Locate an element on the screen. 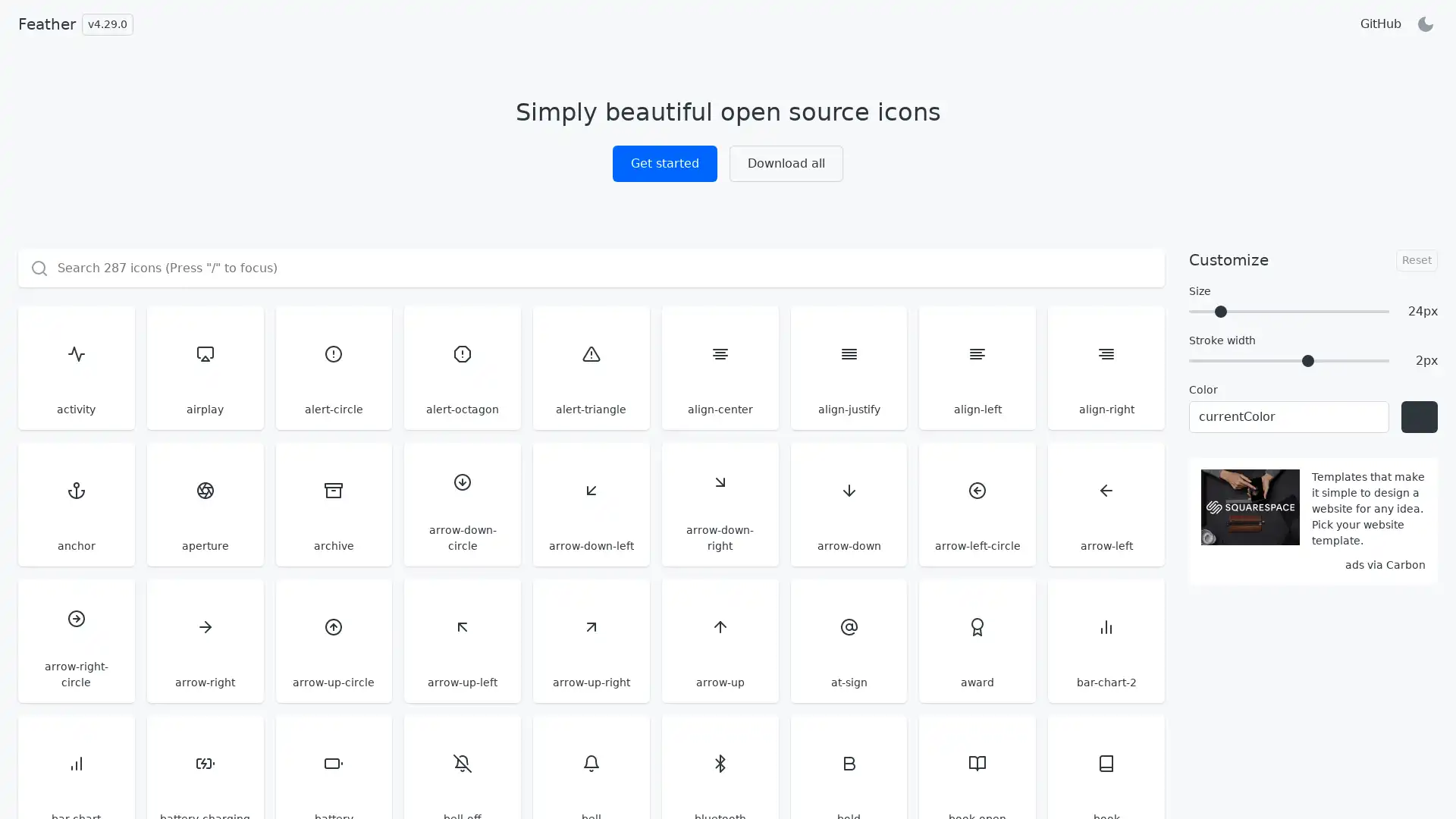  Reset is located at coordinates (1416, 259).